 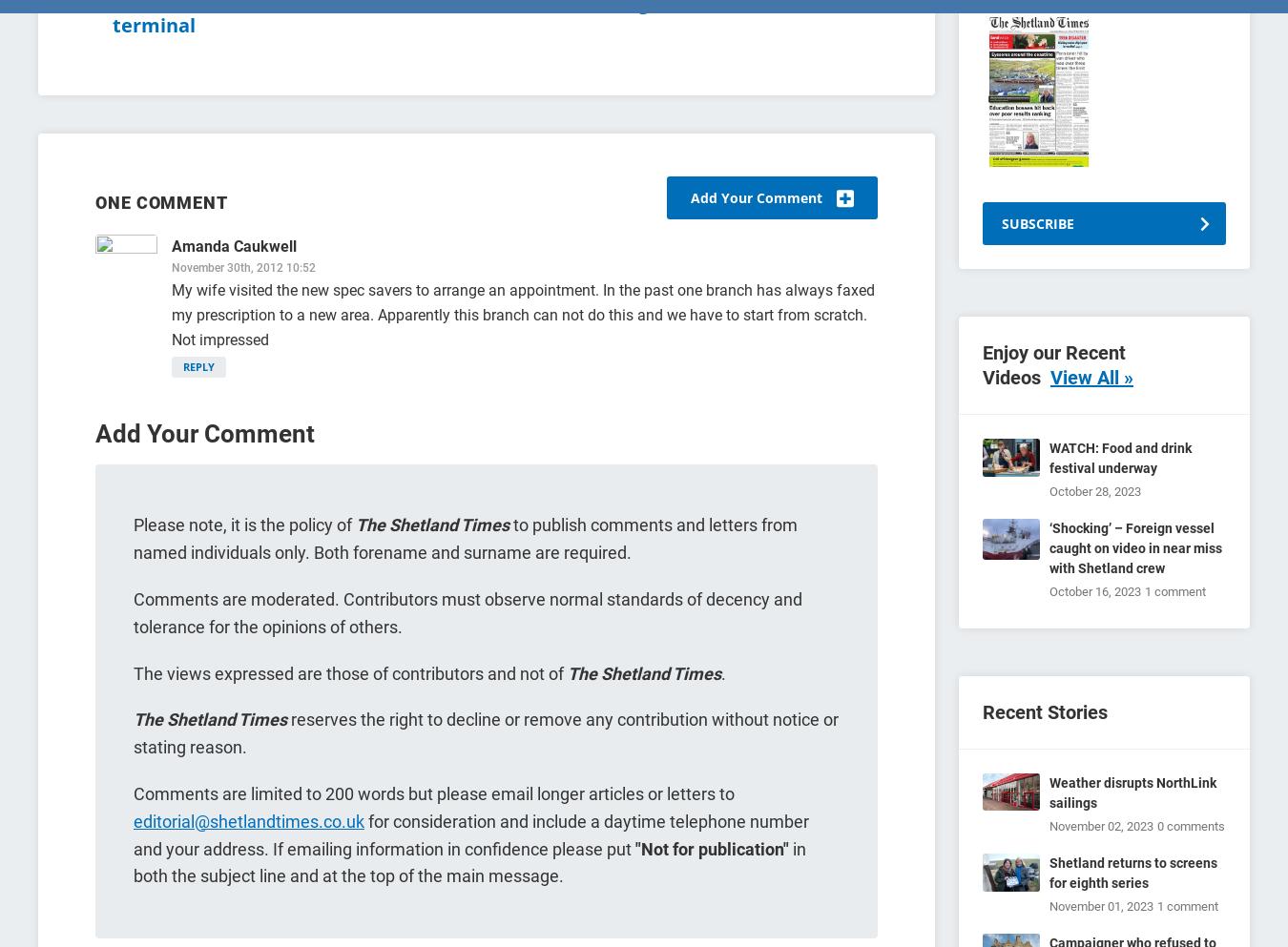 What do you see at coordinates (171, 313) in the screenshot?
I see `'My wife visited the new spec savers to arrange an appointment.  In the past one branch has always faxed my prescription to a new area. Apparently this branch can not do this and we have to start from scratch.  Not impressed'` at bounding box center [171, 313].